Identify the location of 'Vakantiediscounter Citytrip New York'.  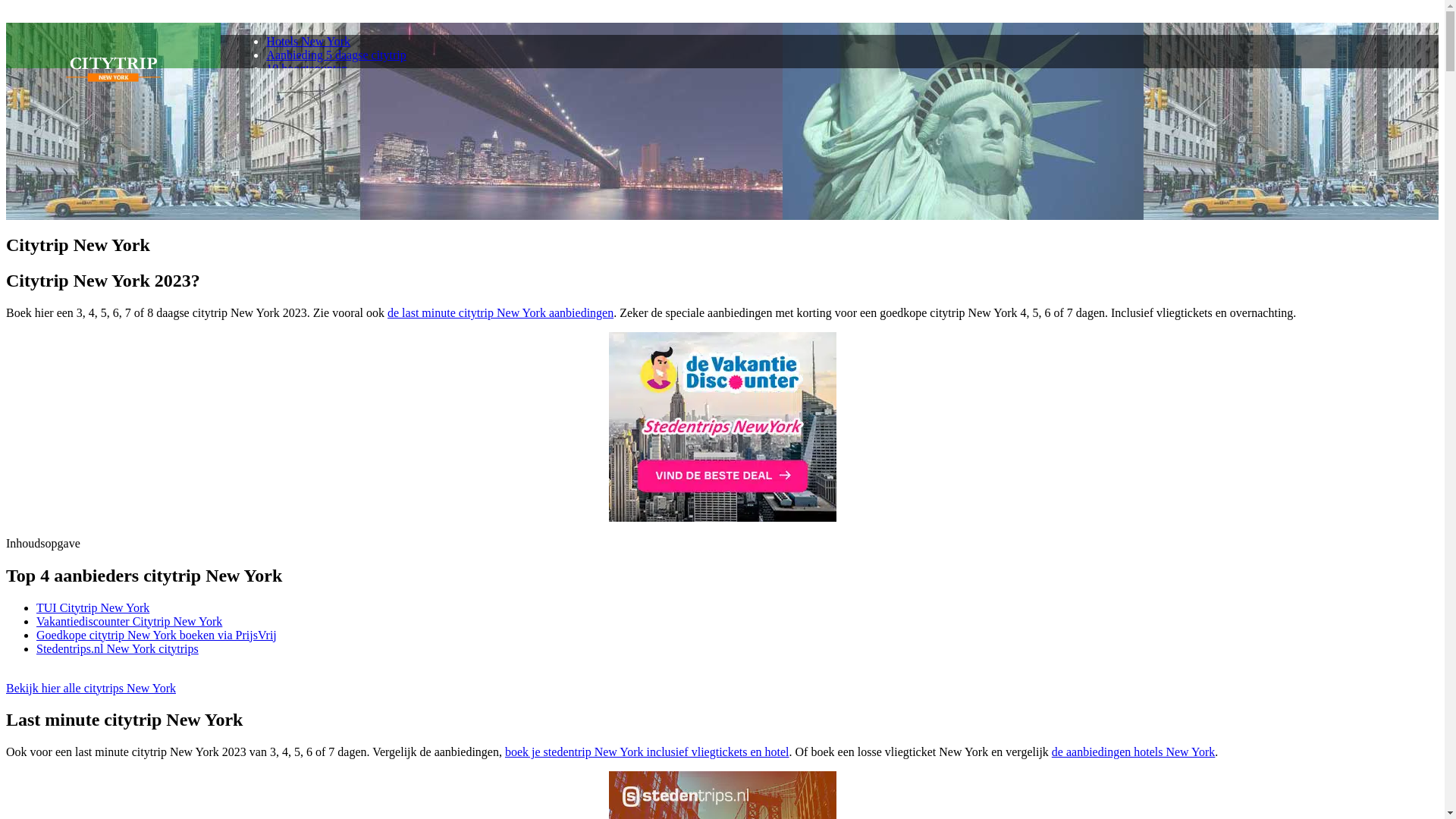
(129, 621).